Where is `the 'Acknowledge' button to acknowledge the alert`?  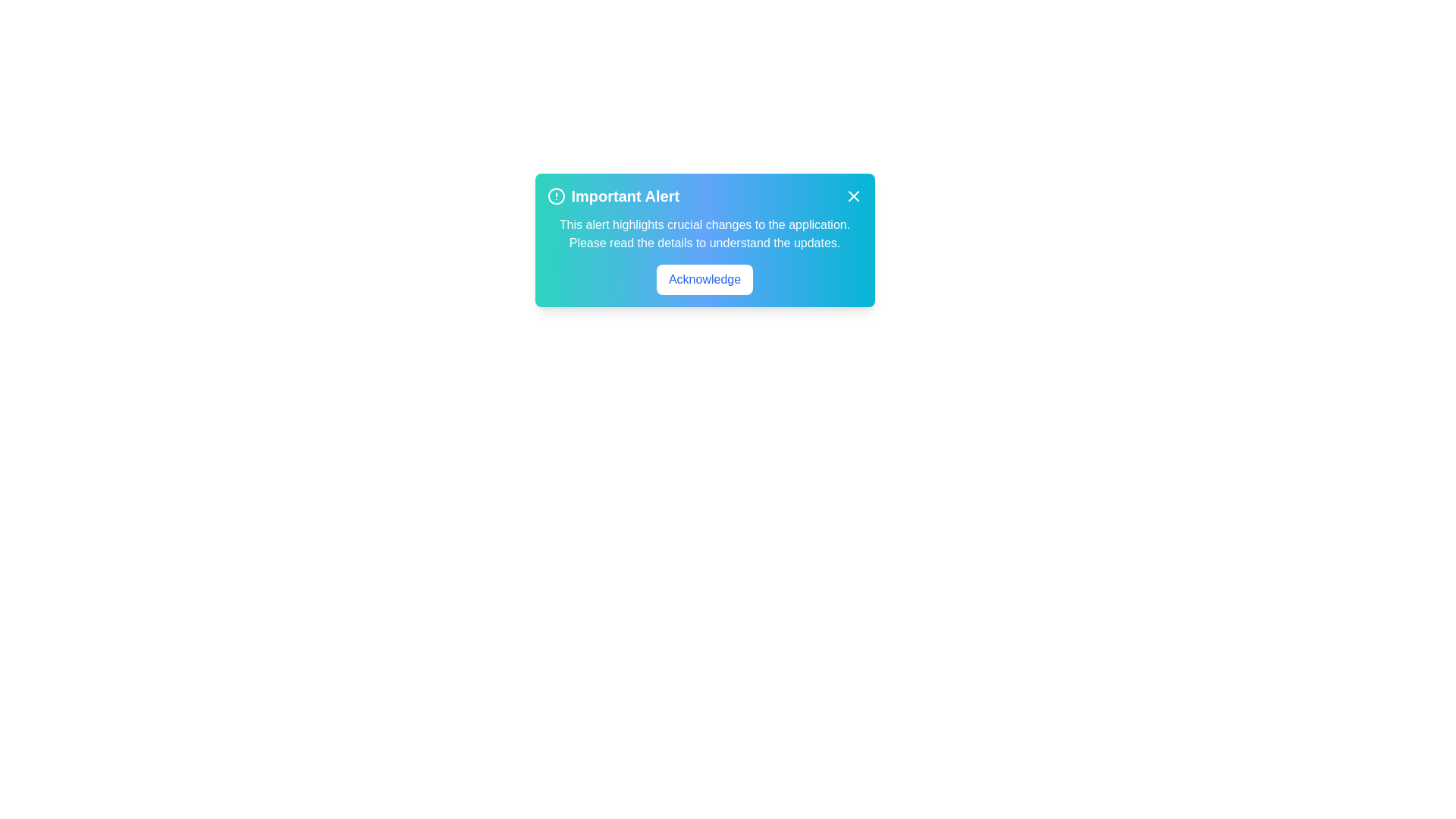 the 'Acknowledge' button to acknowledge the alert is located at coordinates (704, 280).